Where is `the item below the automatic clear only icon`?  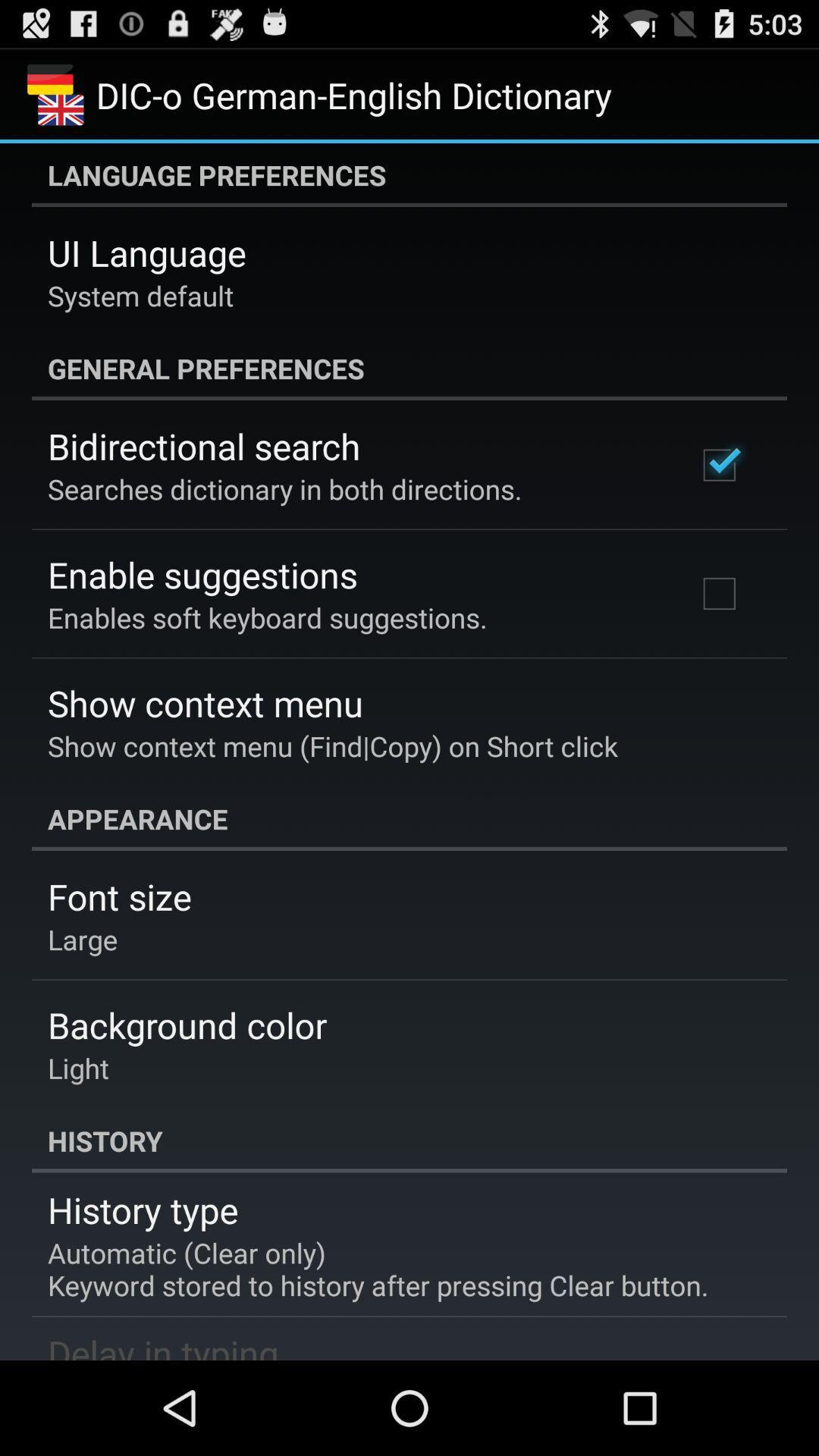
the item below the automatic clear only icon is located at coordinates (163, 1345).